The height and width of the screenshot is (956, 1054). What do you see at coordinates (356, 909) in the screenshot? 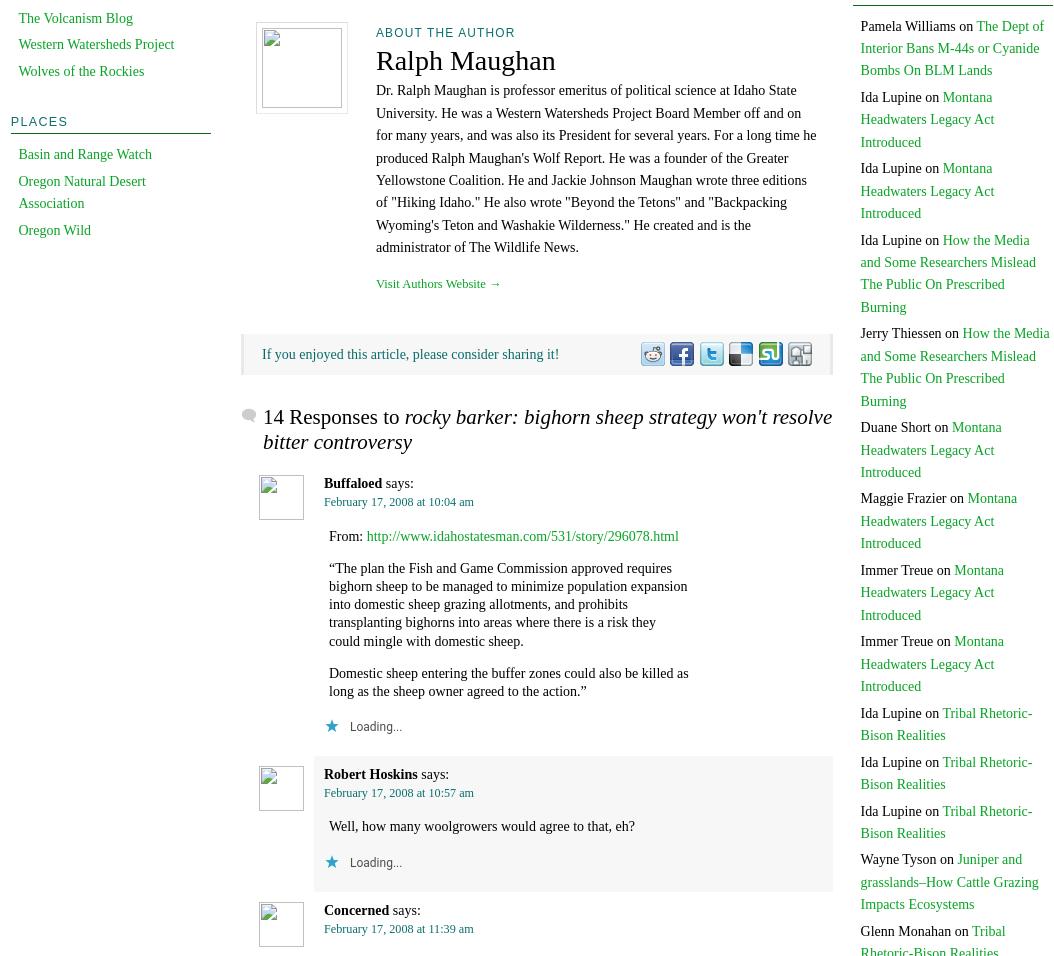
I see `'Concerned'` at bounding box center [356, 909].